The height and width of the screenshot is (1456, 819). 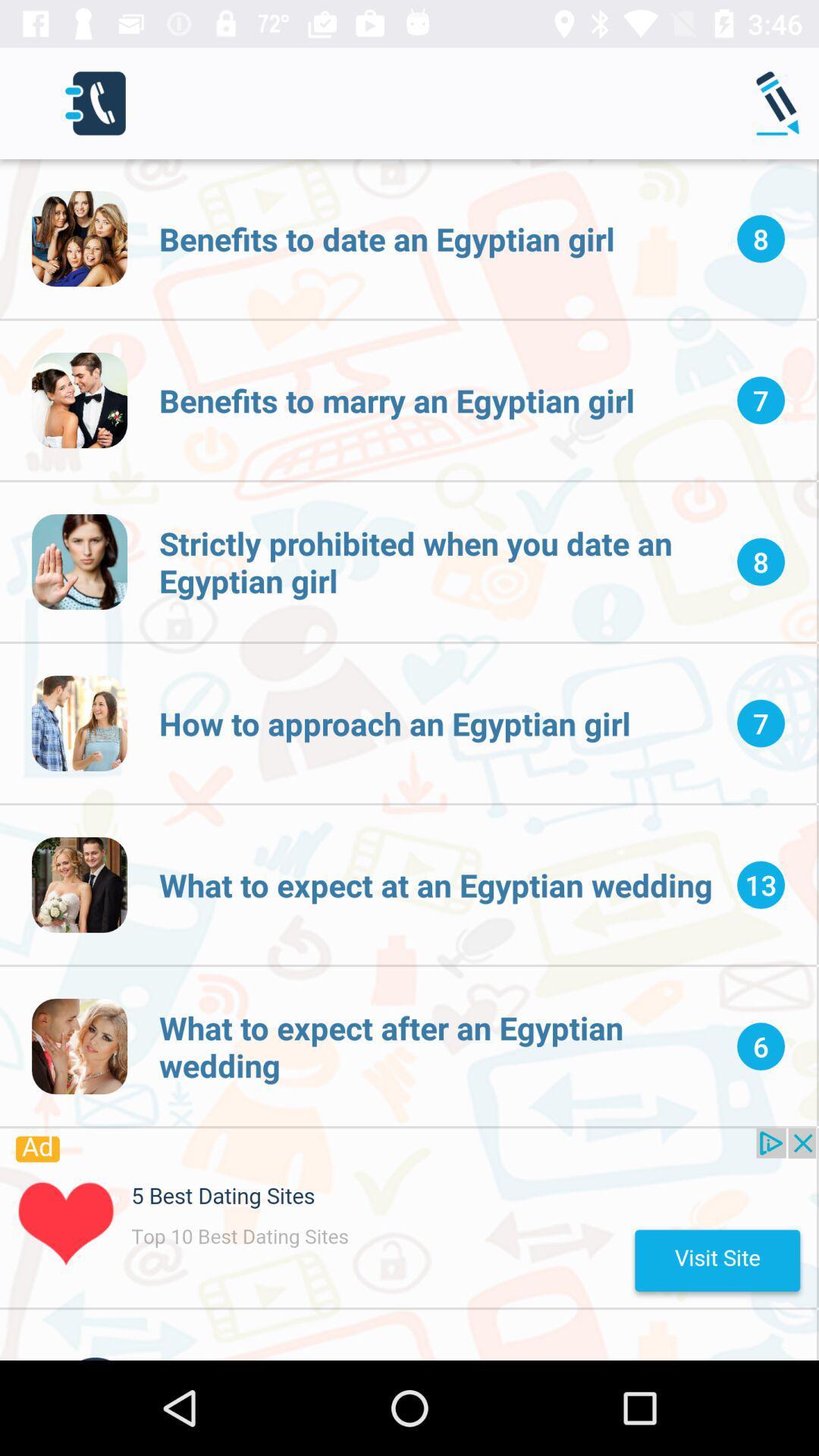 What do you see at coordinates (407, 1218) in the screenshot?
I see `site` at bounding box center [407, 1218].